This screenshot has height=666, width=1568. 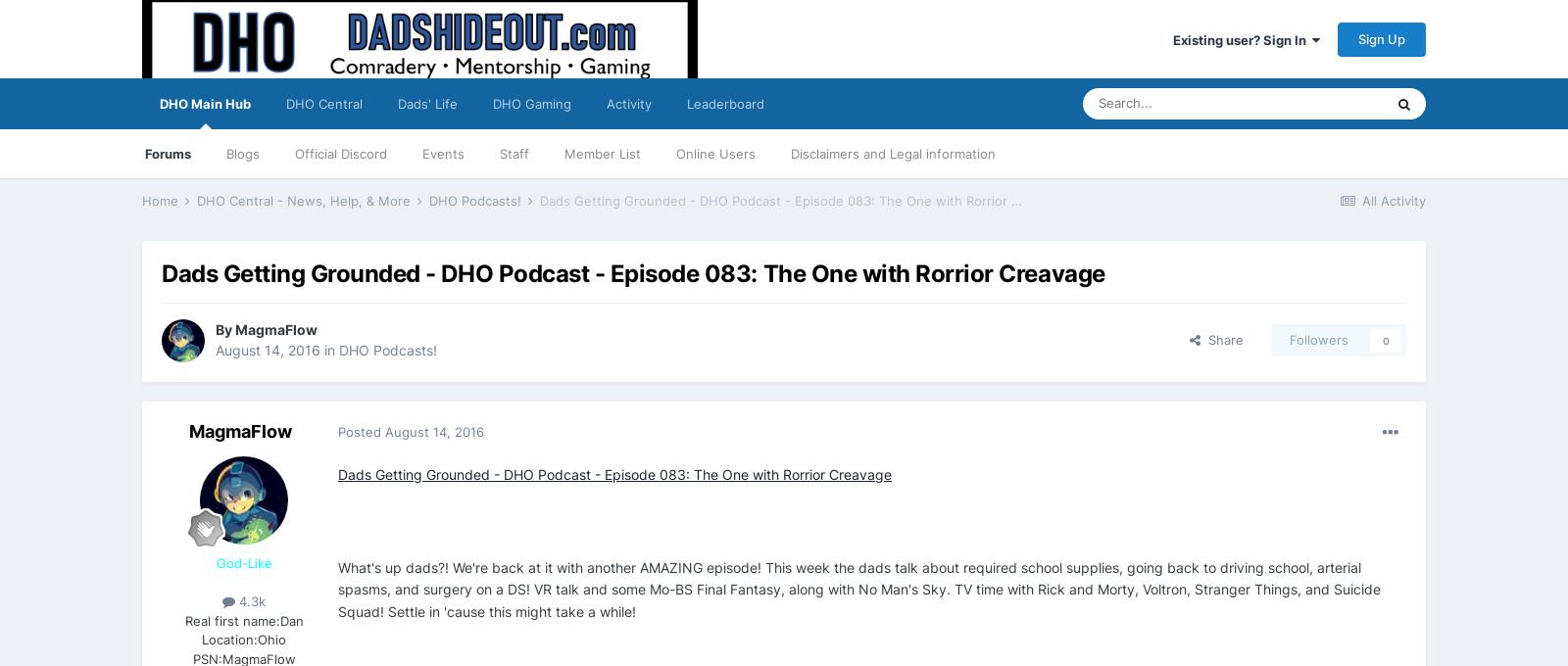 What do you see at coordinates (1381, 37) in the screenshot?
I see `'Sign Up'` at bounding box center [1381, 37].